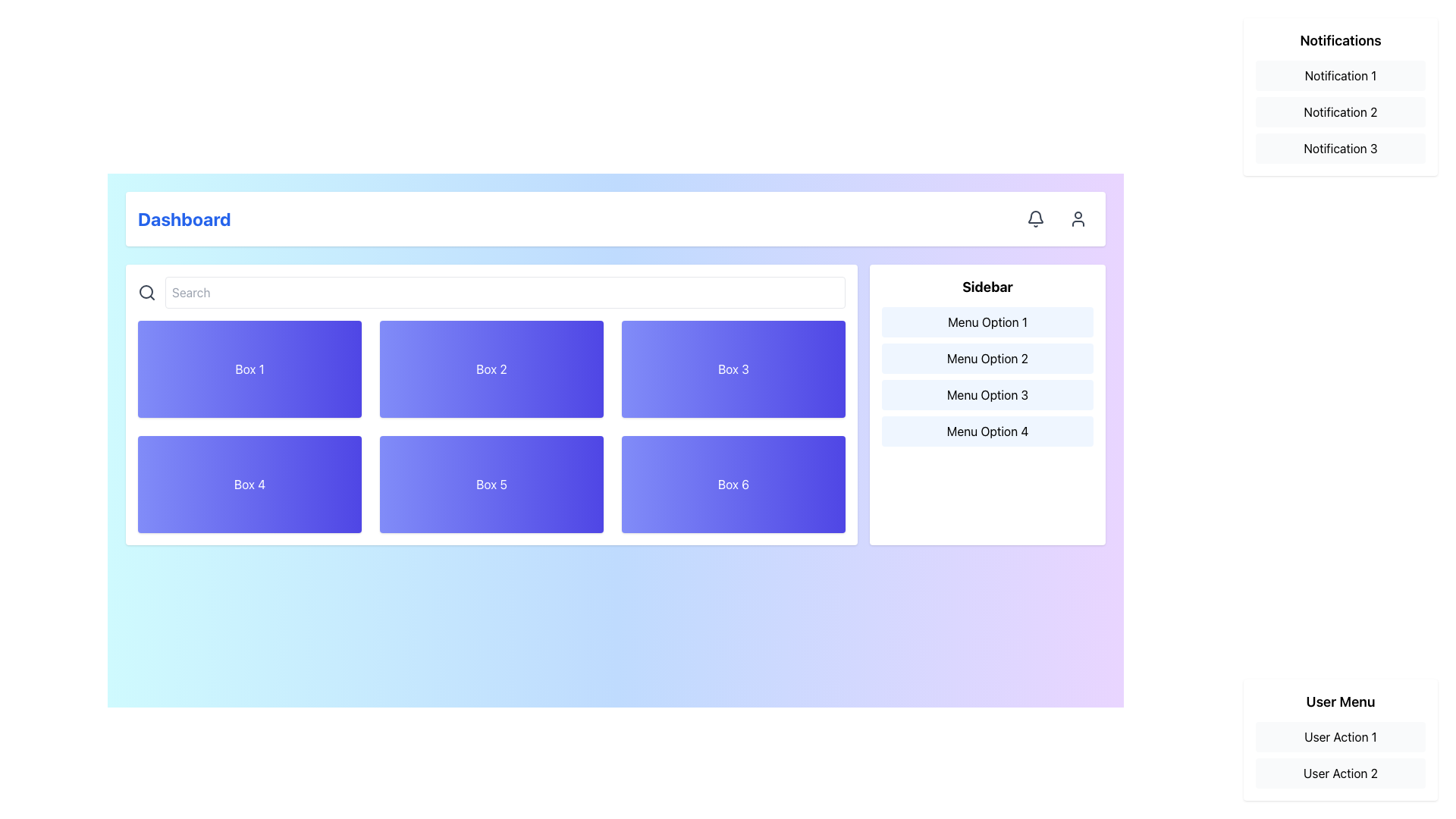  What do you see at coordinates (1340, 701) in the screenshot?
I see `the header text component displaying 'User Menu' which is located at the top of a white background panel in the bottom-right corner of the interface` at bounding box center [1340, 701].